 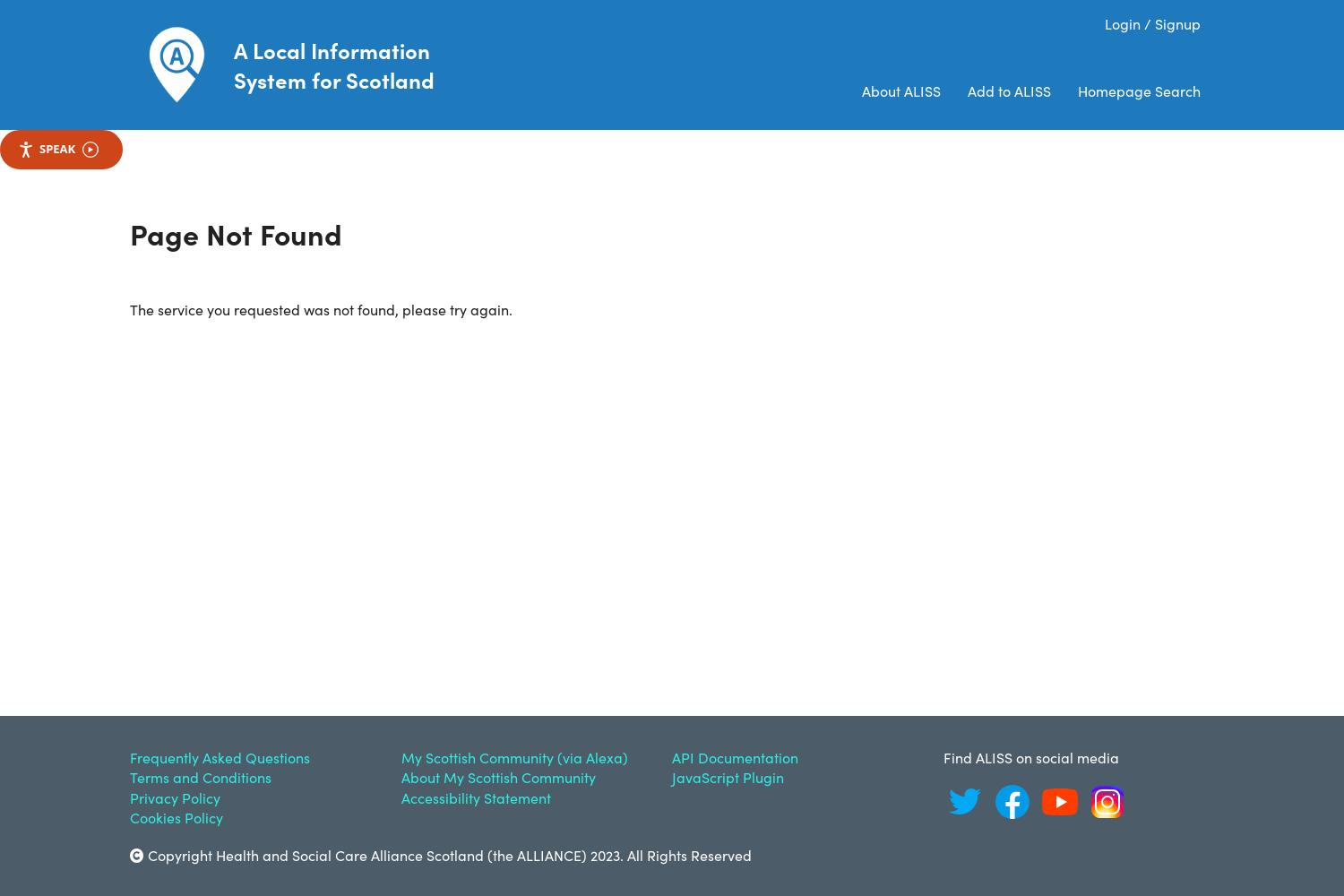 What do you see at coordinates (1009, 90) in the screenshot?
I see `'Add to ALISS'` at bounding box center [1009, 90].